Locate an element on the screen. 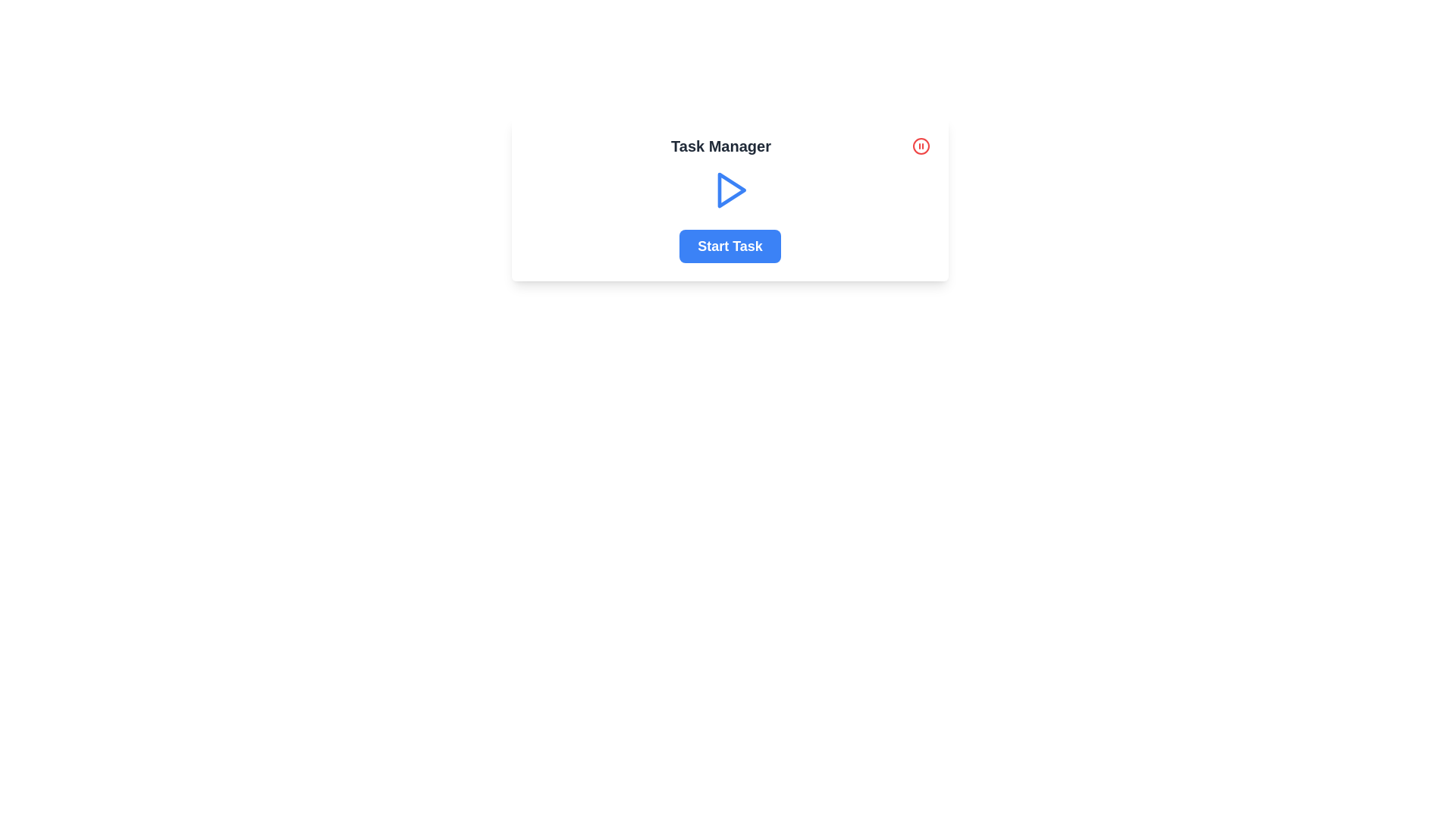 Image resolution: width=1456 pixels, height=819 pixels. the 'Start Task' button, which is a rectangular button with rounded corners, a blue background, and white bold text, located below a play icon in the Task Manager interface is located at coordinates (730, 245).